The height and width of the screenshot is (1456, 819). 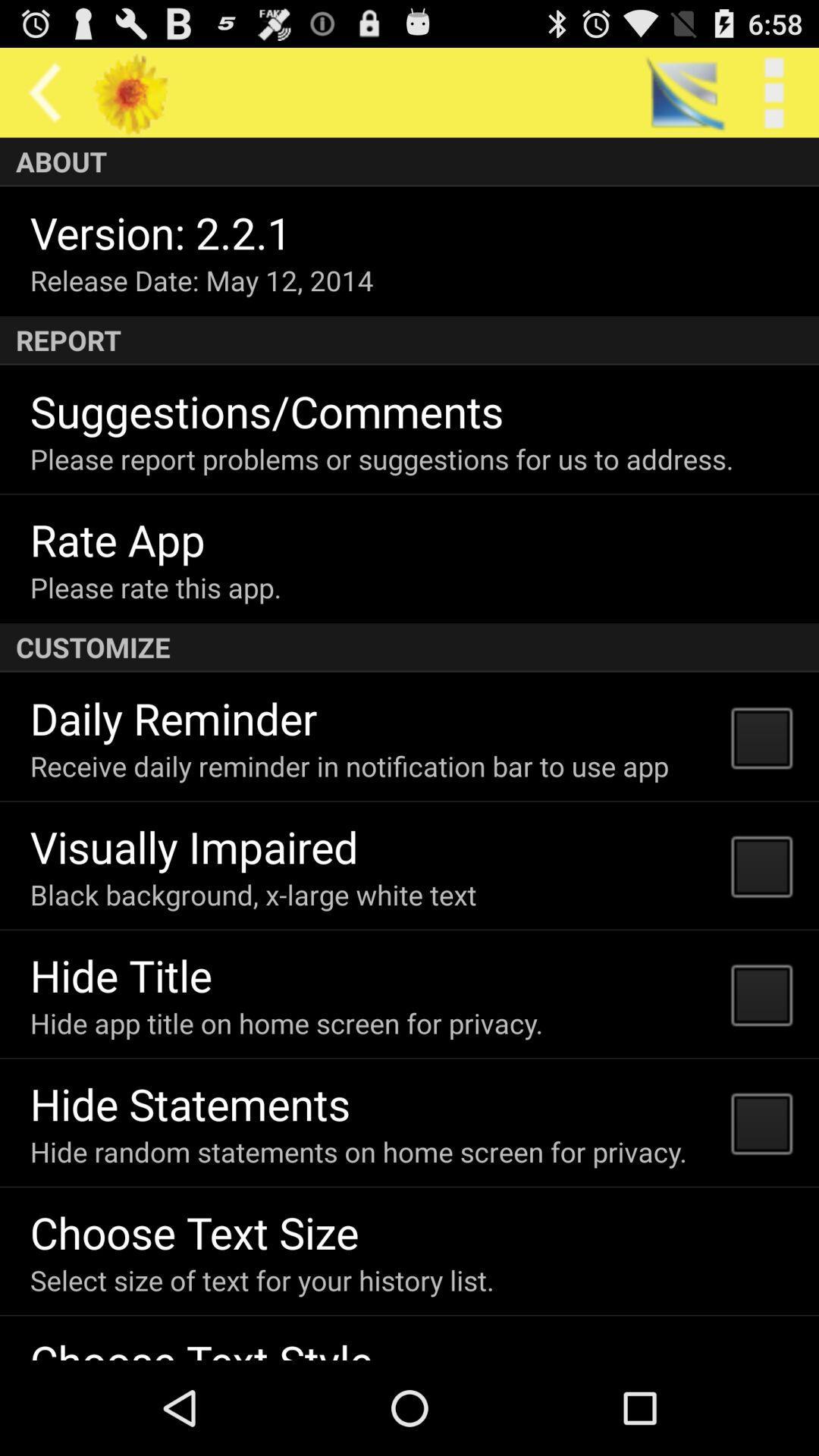 What do you see at coordinates (773, 92) in the screenshot?
I see `the item above about app` at bounding box center [773, 92].